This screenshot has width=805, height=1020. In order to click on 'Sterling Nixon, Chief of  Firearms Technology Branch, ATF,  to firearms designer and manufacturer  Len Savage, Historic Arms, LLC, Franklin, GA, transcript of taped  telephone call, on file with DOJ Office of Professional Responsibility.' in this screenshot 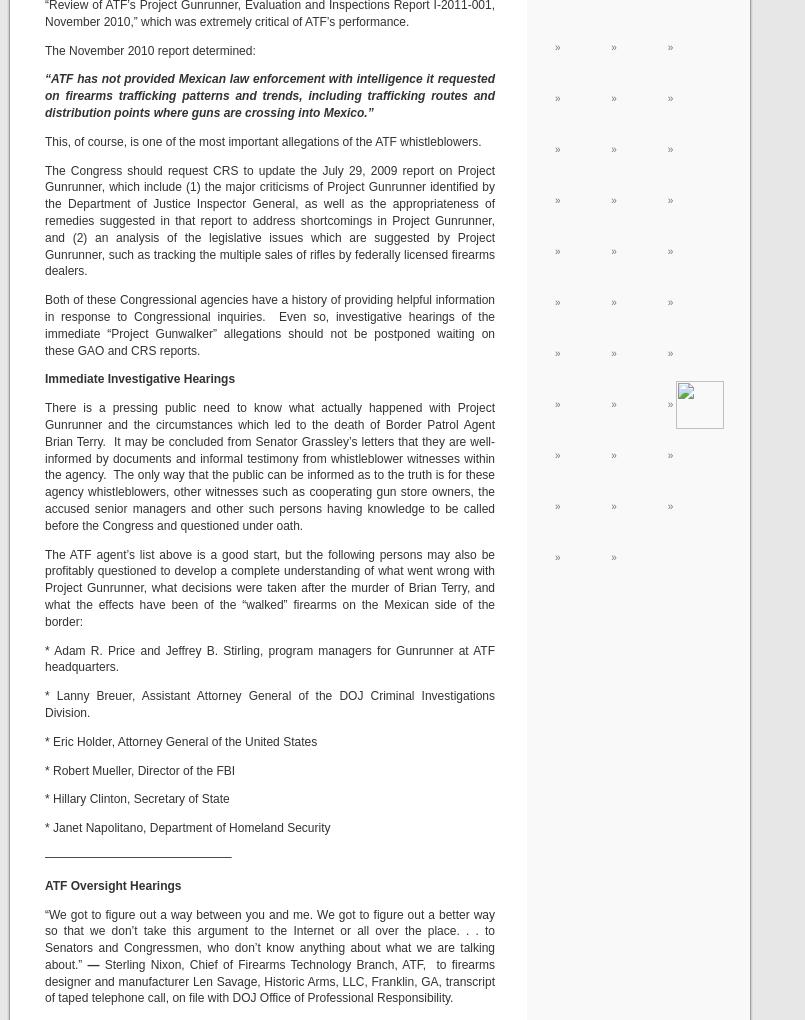, I will do `click(44, 981)`.